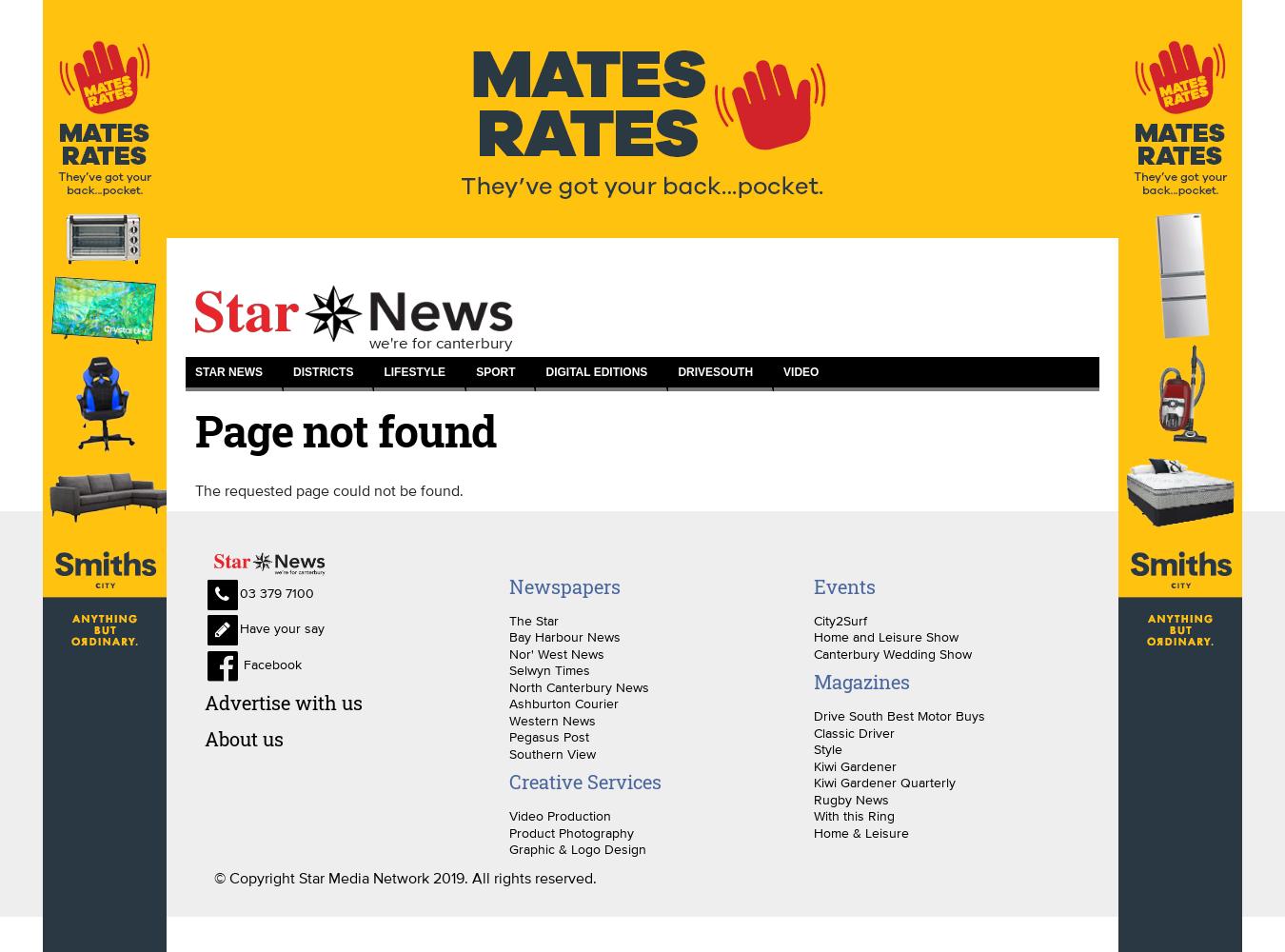  I want to click on 'About us', so click(243, 738).